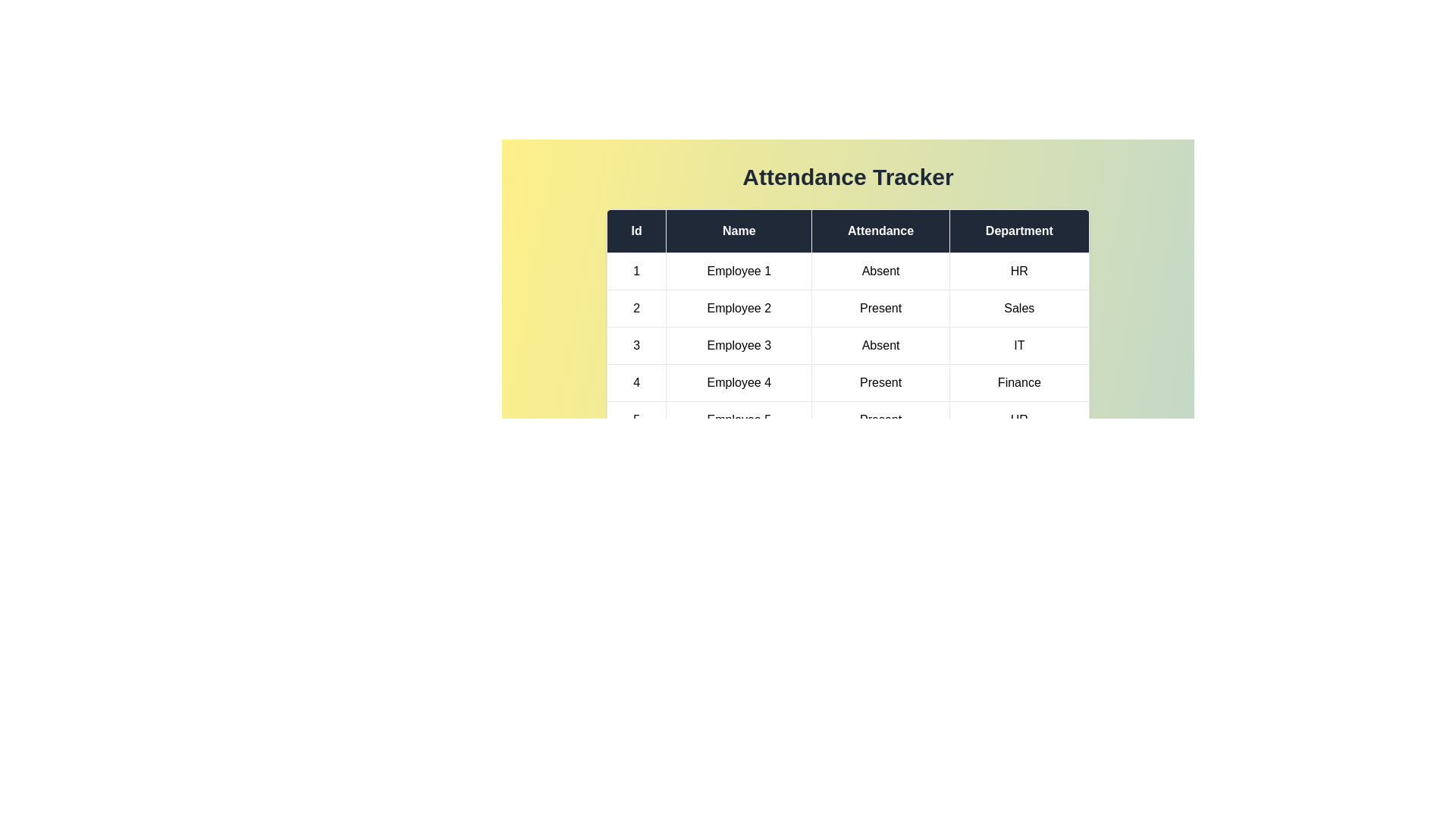 The width and height of the screenshot is (1456, 819). What do you see at coordinates (636, 231) in the screenshot?
I see `the table header Id to sort or filter the data` at bounding box center [636, 231].